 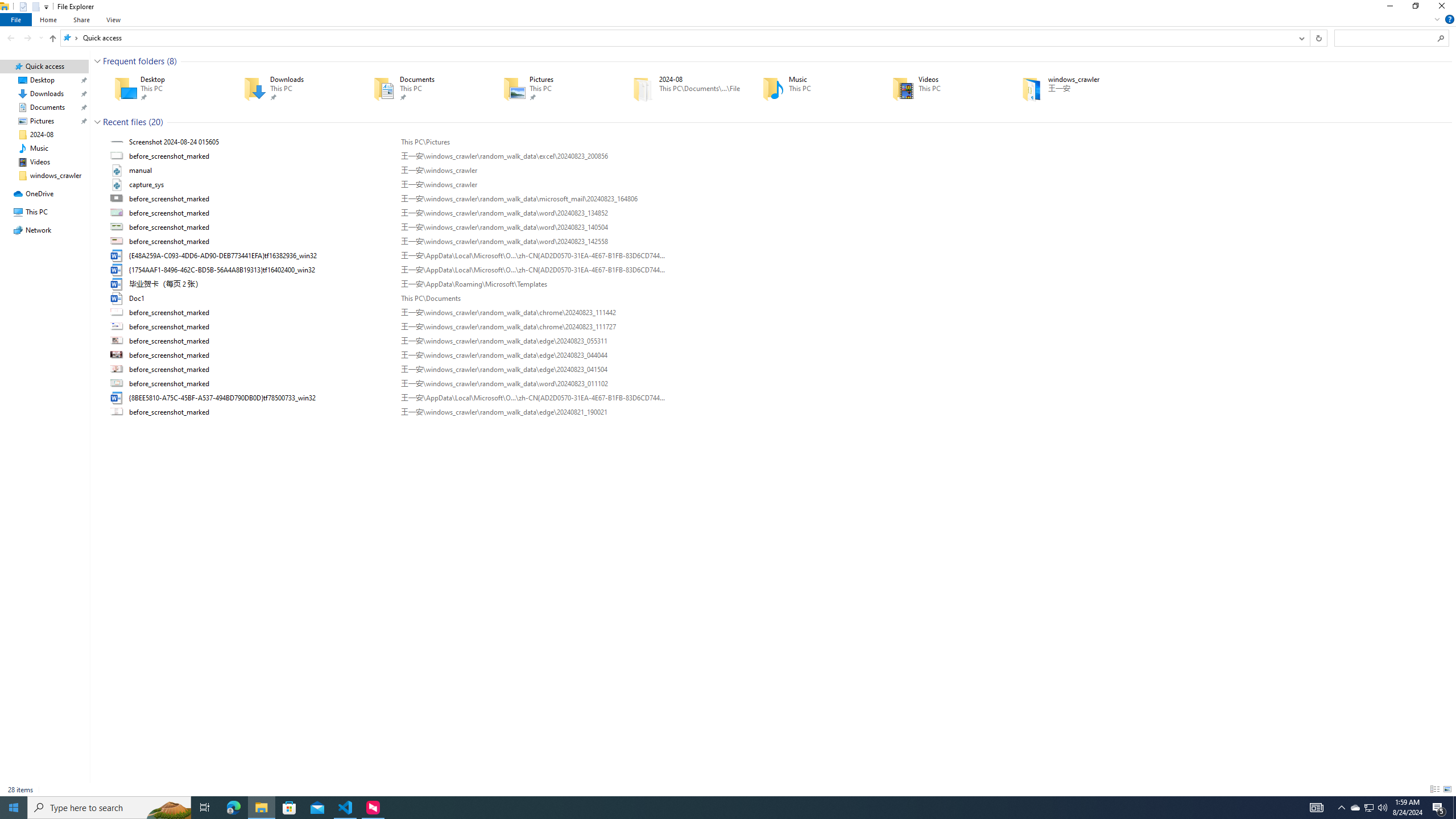 I want to click on 'Forward (Alt + Right Arrow)', so click(x=27, y=37).